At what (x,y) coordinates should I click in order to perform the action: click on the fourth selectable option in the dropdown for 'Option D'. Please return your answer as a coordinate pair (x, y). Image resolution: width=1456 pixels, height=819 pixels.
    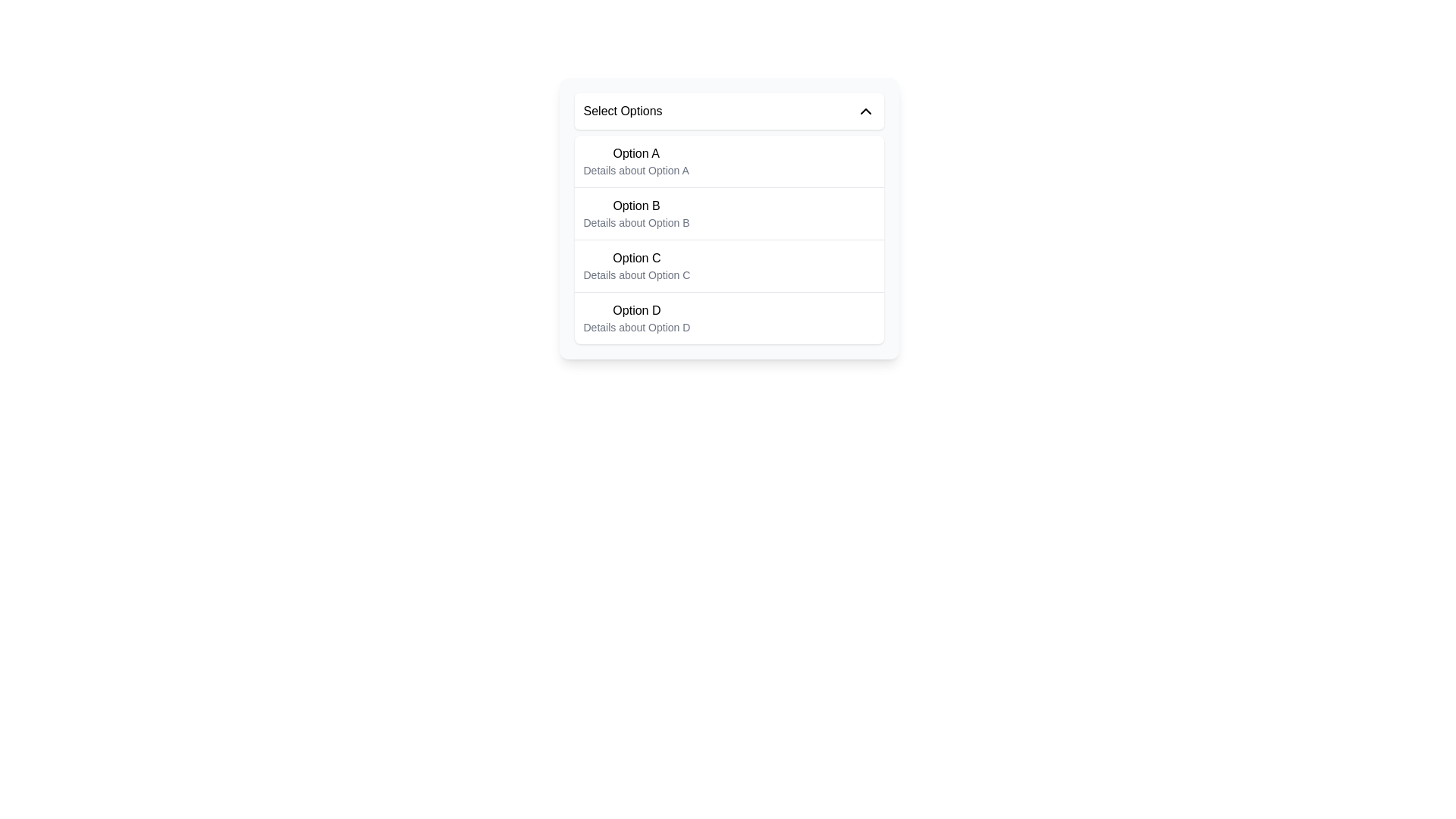
    Looking at the image, I should click on (729, 317).